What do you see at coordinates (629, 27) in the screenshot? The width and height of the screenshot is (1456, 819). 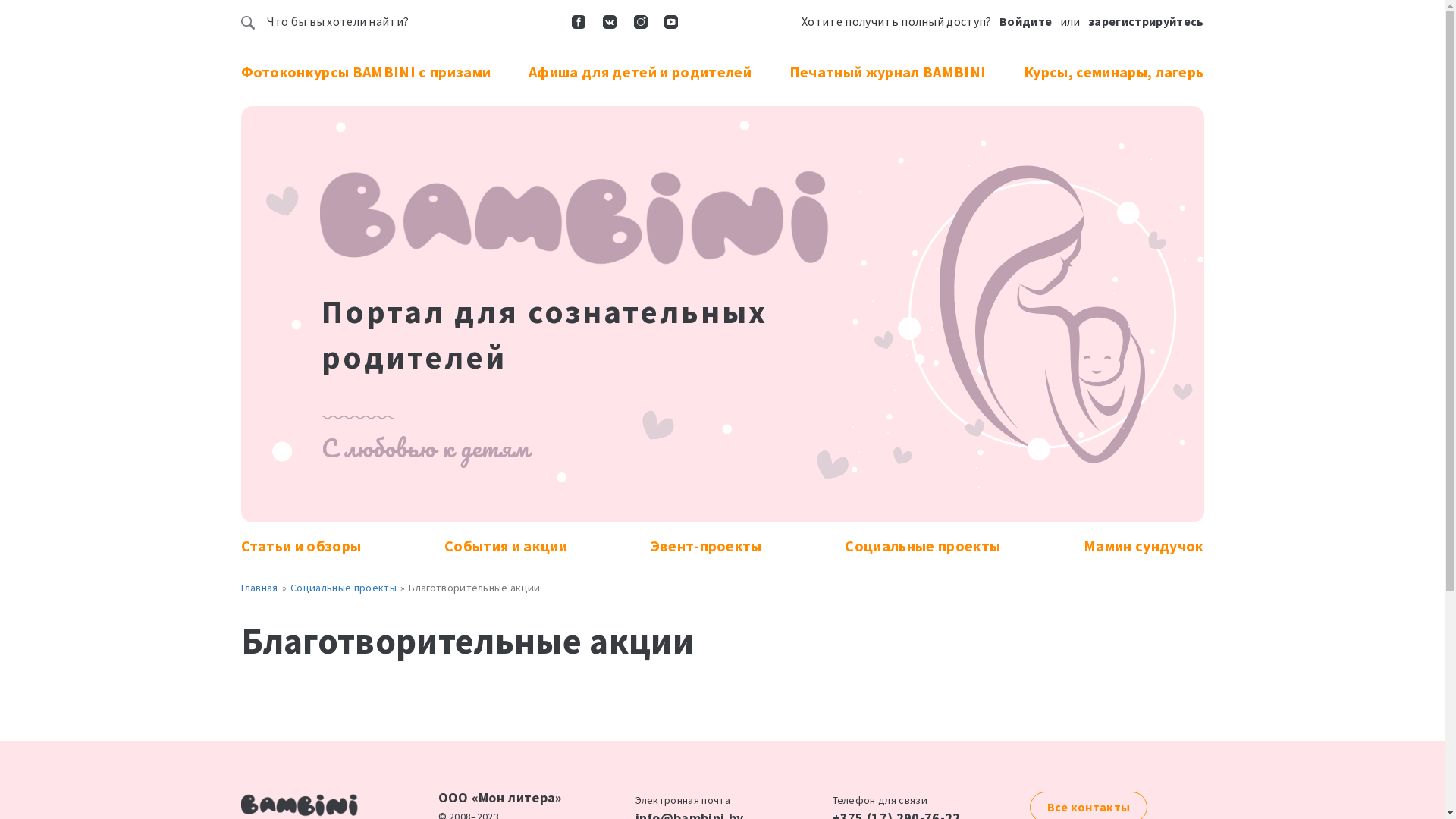 I see `'Instagram'` at bounding box center [629, 27].